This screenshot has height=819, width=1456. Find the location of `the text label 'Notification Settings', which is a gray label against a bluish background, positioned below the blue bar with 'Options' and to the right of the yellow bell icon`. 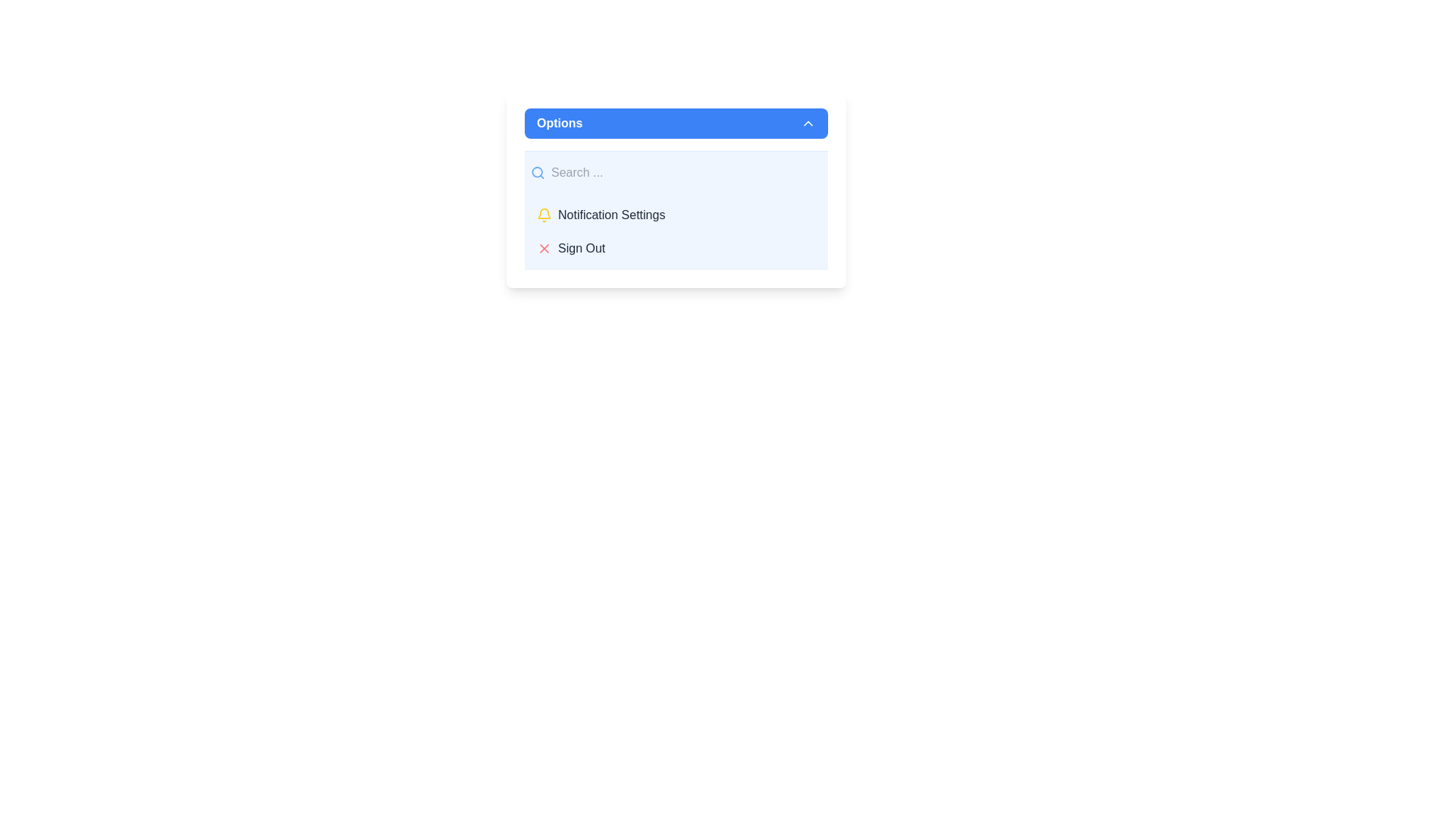

the text label 'Notification Settings', which is a gray label against a bluish background, positioned below the blue bar with 'Options' and to the right of the yellow bell icon is located at coordinates (611, 215).